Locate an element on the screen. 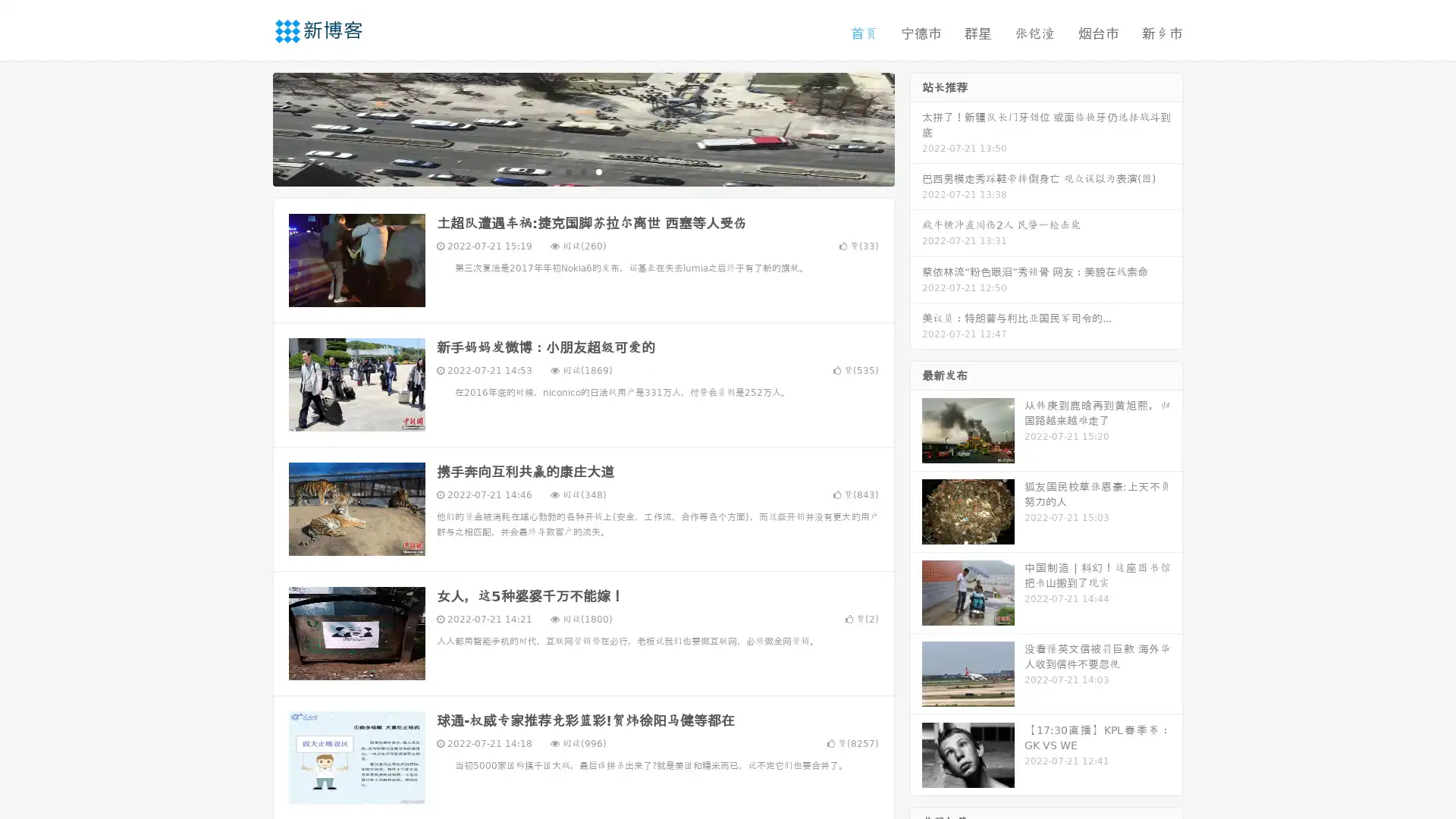 This screenshot has height=819, width=1456. Go to slide 3 is located at coordinates (598, 171).